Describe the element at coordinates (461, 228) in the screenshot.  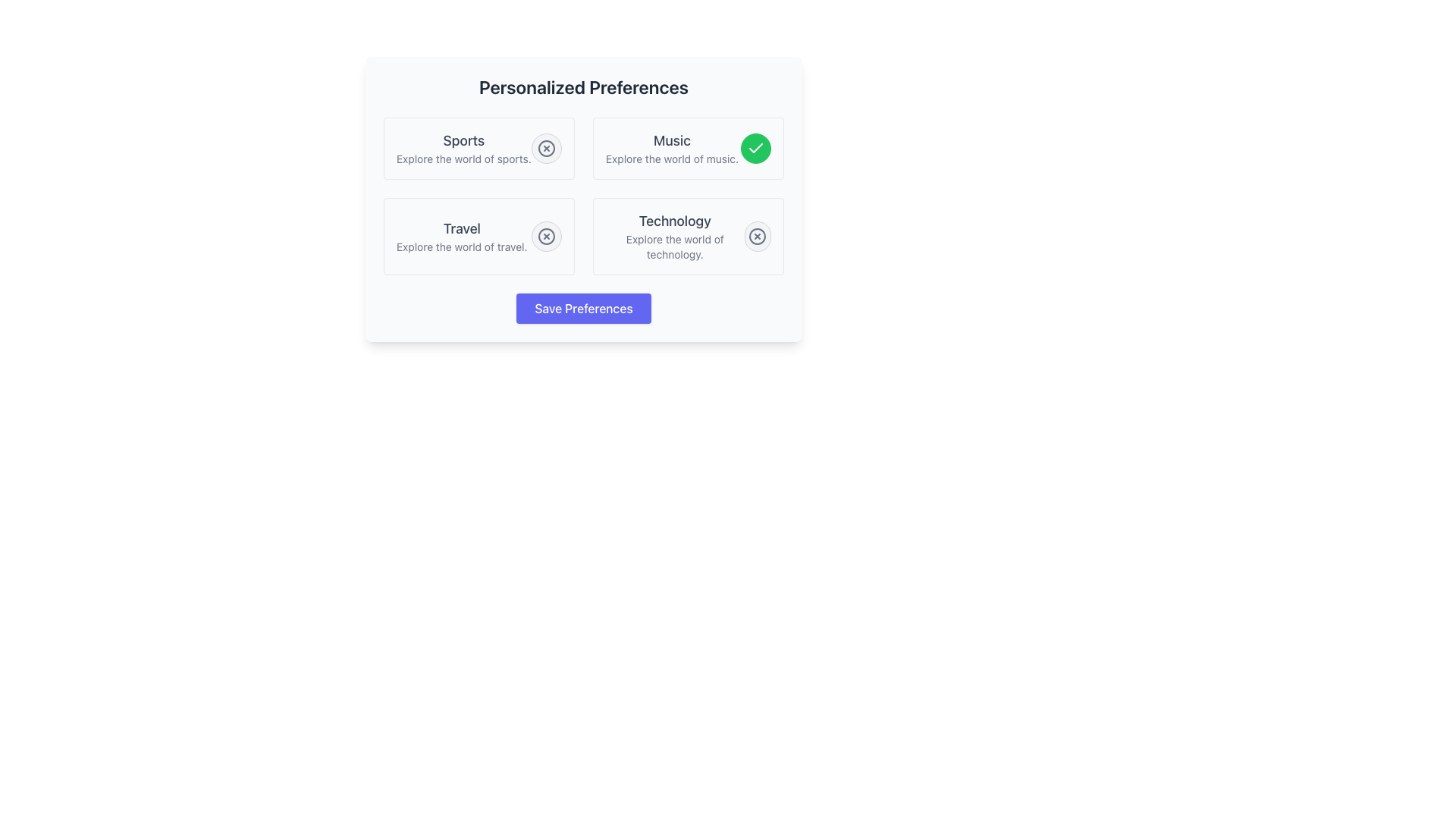
I see `the 'Travel' label, which is a large gray text element located in the top half of the user preference box for travel-related preferences` at that location.